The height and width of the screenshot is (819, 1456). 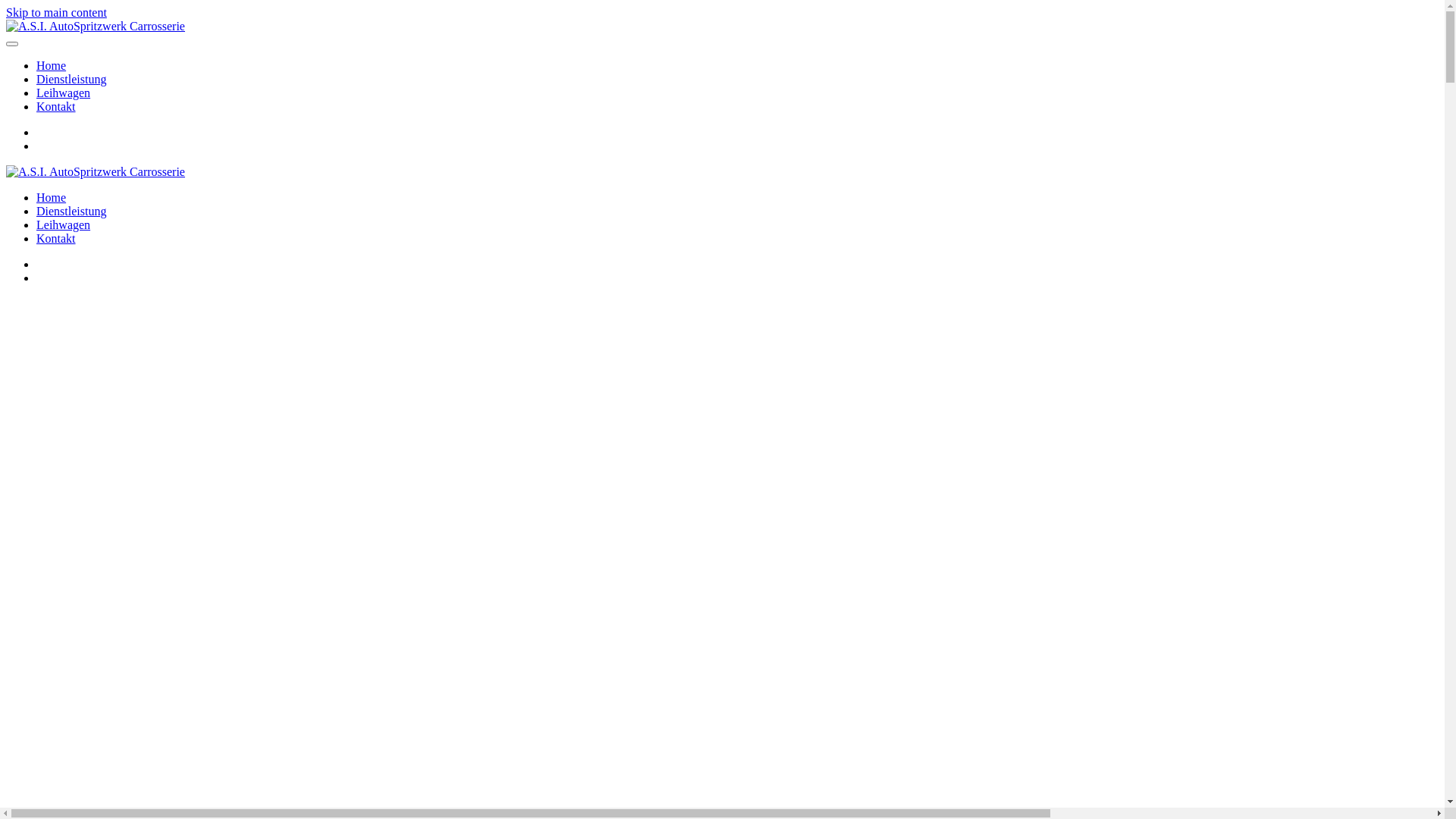 I want to click on 'Kontakt', so click(x=55, y=238).